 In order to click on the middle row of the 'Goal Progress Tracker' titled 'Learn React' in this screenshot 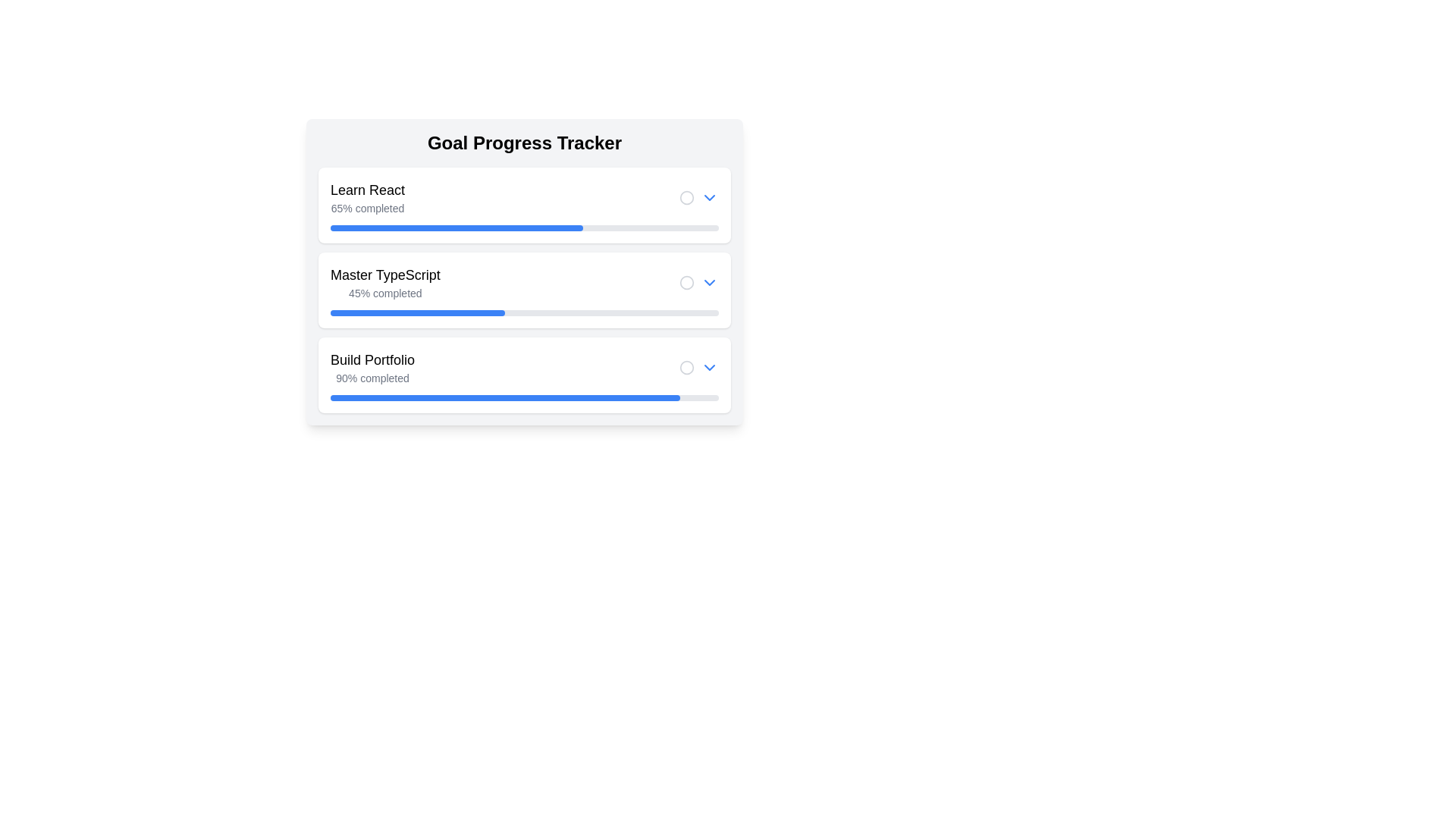, I will do `click(524, 271)`.